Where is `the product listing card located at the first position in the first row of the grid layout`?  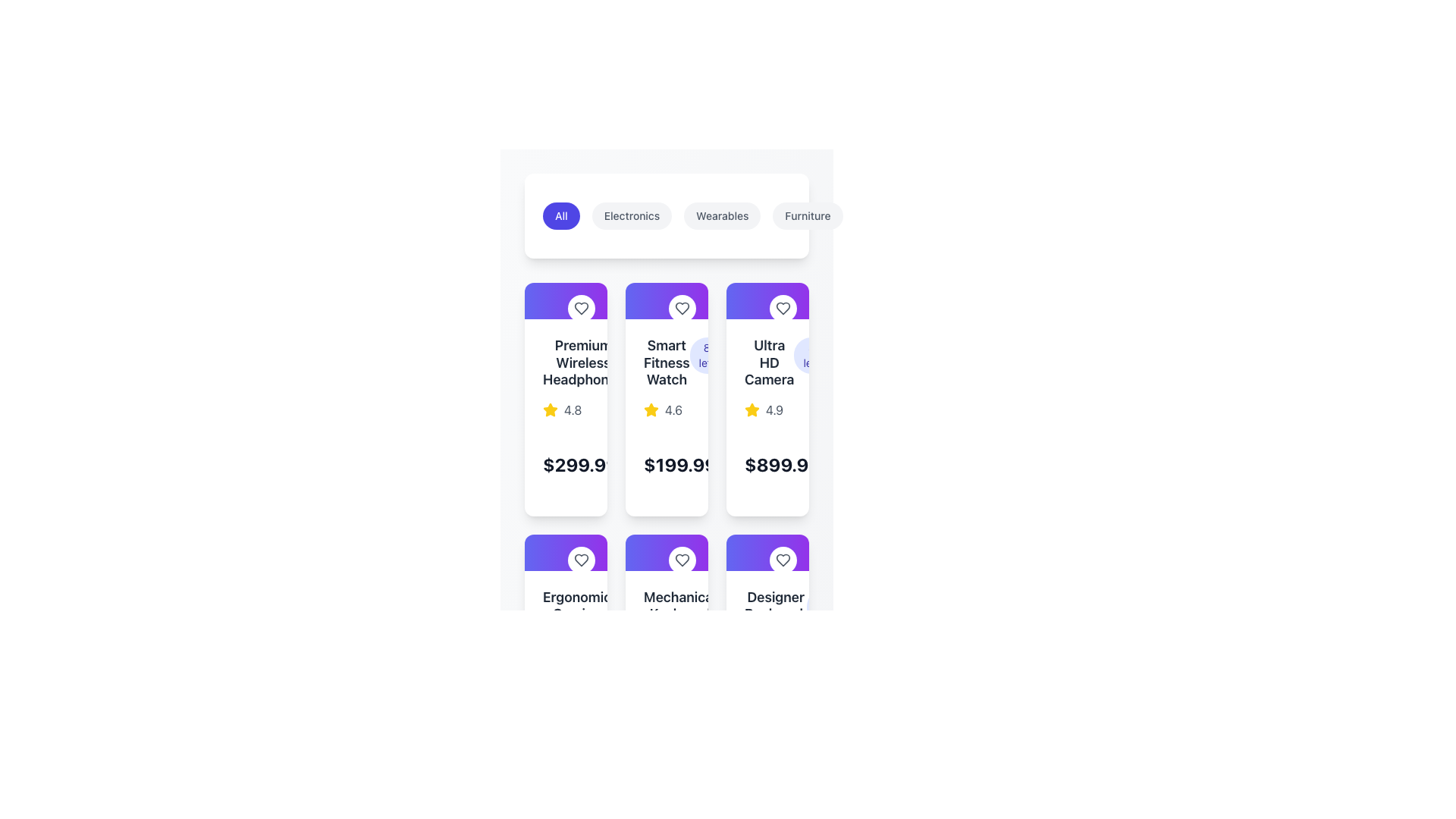
the product listing card located at the first position in the first row of the grid layout is located at coordinates (565, 398).